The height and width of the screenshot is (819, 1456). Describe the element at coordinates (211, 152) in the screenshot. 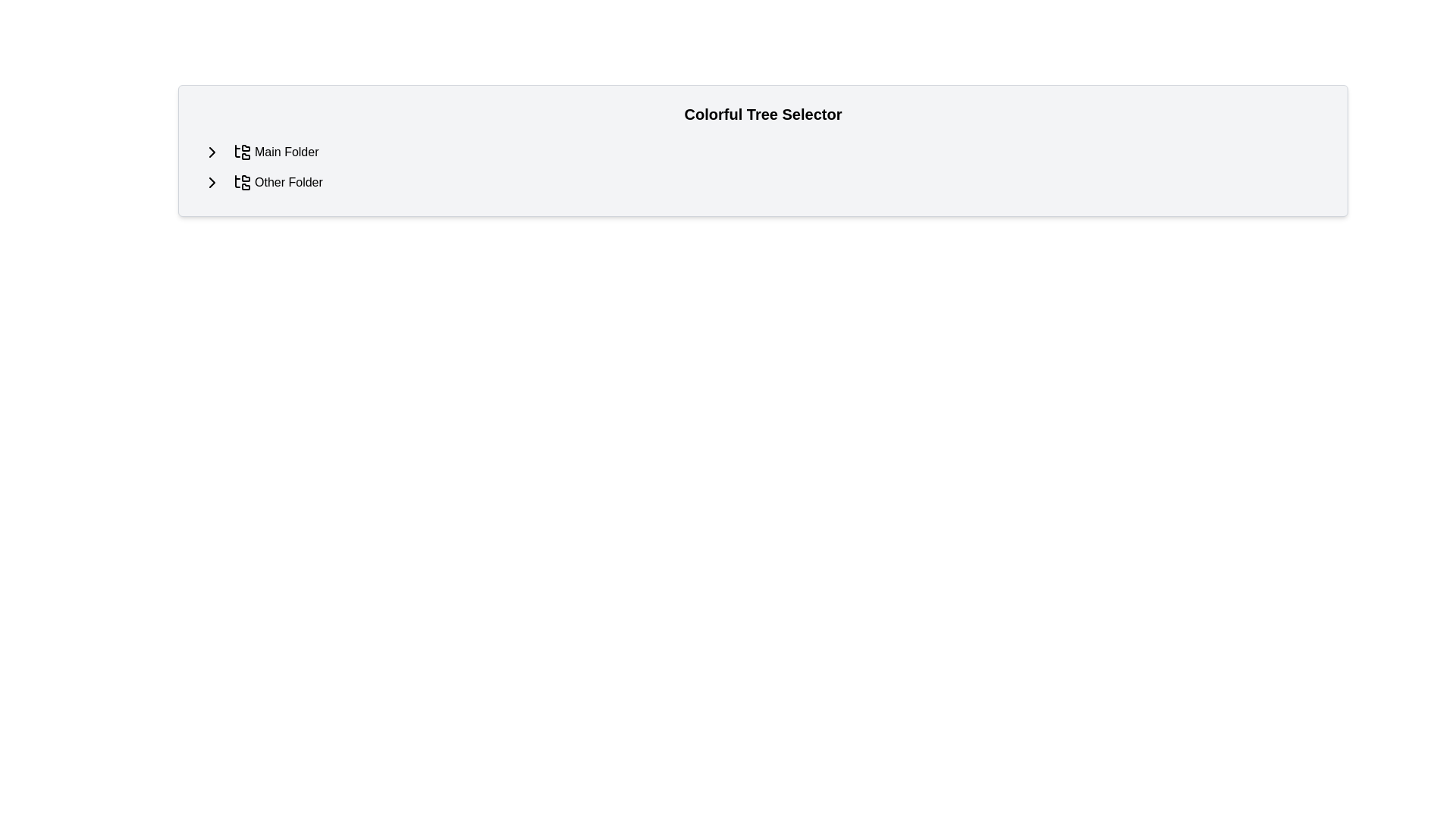

I see `the interactive toggle icon for expanding or collapsing the 'Main Folder', located next to the 'Main Folder' text label` at that location.